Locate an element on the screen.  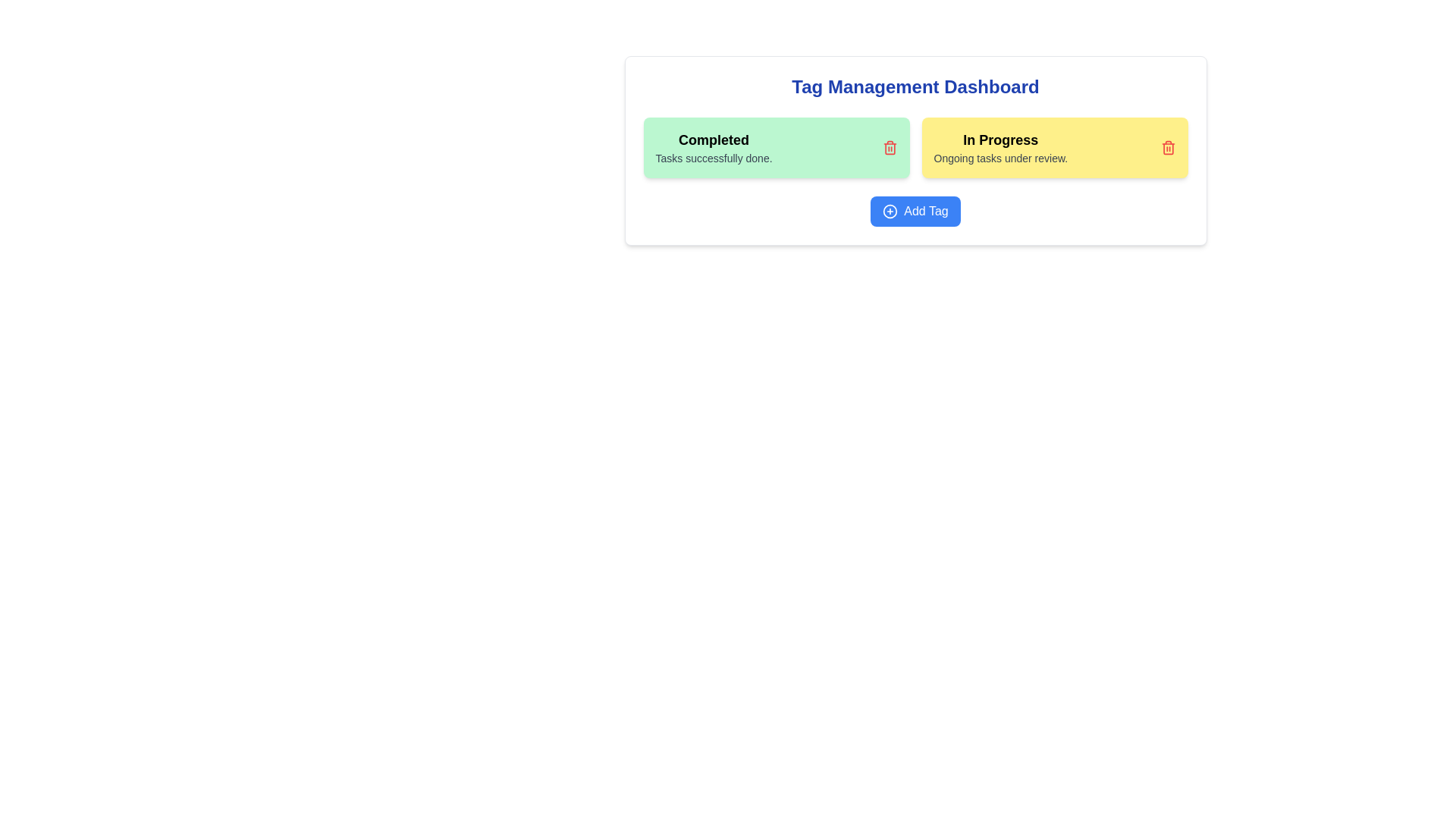
the red trash can icon button located on the right side of the yellow card containing the 'In Progress' text is located at coordinates (1167, 148).